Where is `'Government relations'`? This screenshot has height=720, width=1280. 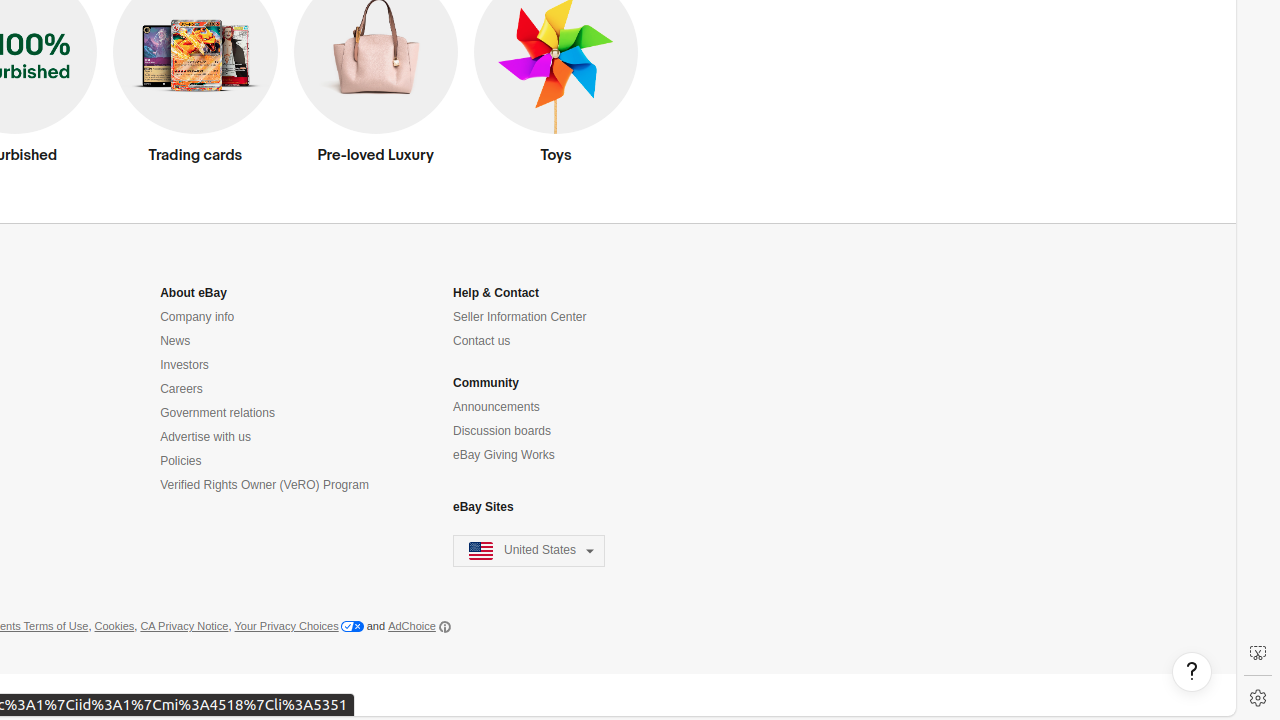 'Government relations' is located at coordinates (217, 412).